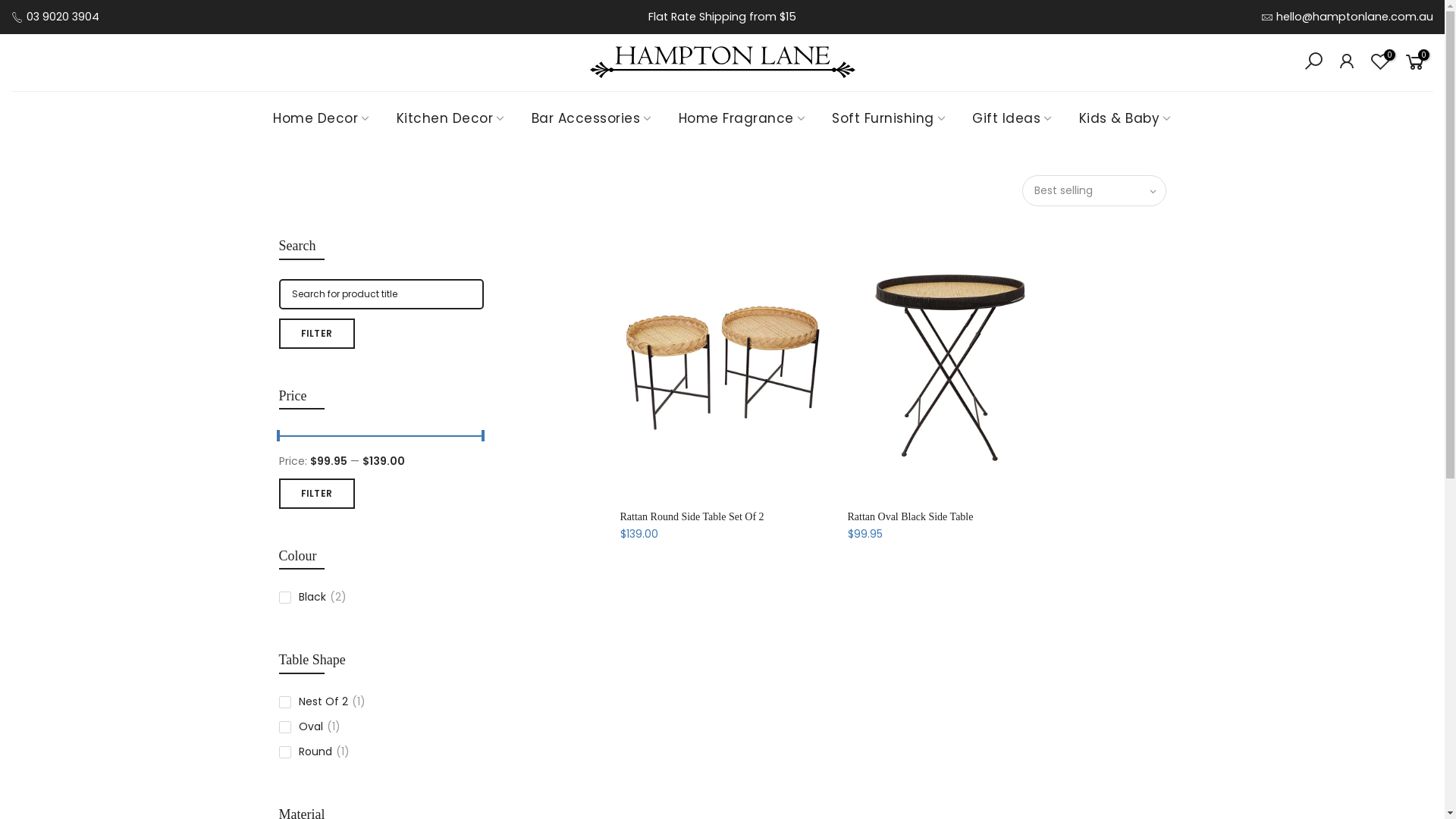 This screenshot has height=819, width=1456. What do you see at coordinates (1125, 117) in the screenshot?
I see `'Kids & Baby'` at bounding box center [1125, 117].